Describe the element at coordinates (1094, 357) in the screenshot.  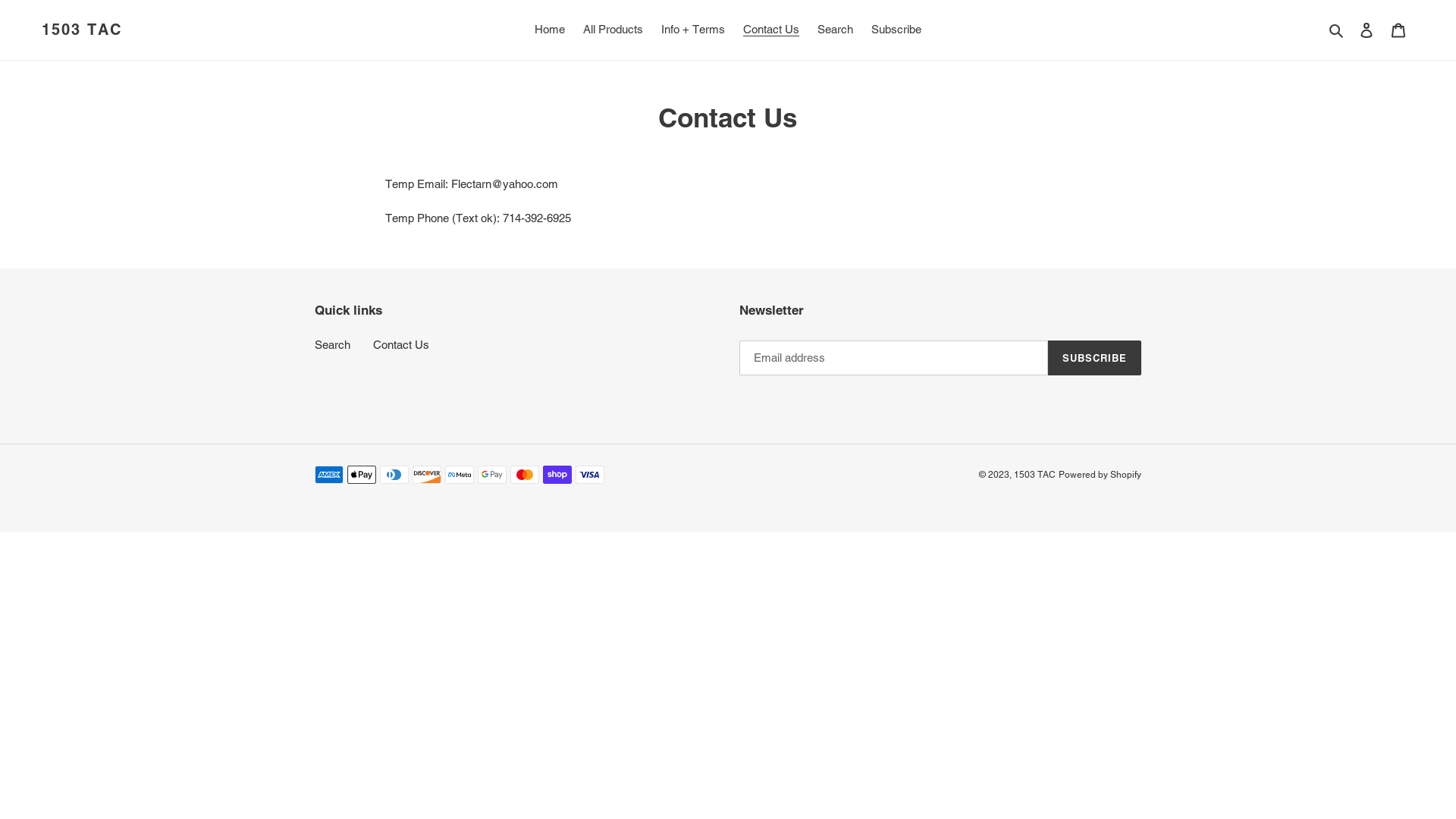
I see `'SUBSCRIBE'` at that location.